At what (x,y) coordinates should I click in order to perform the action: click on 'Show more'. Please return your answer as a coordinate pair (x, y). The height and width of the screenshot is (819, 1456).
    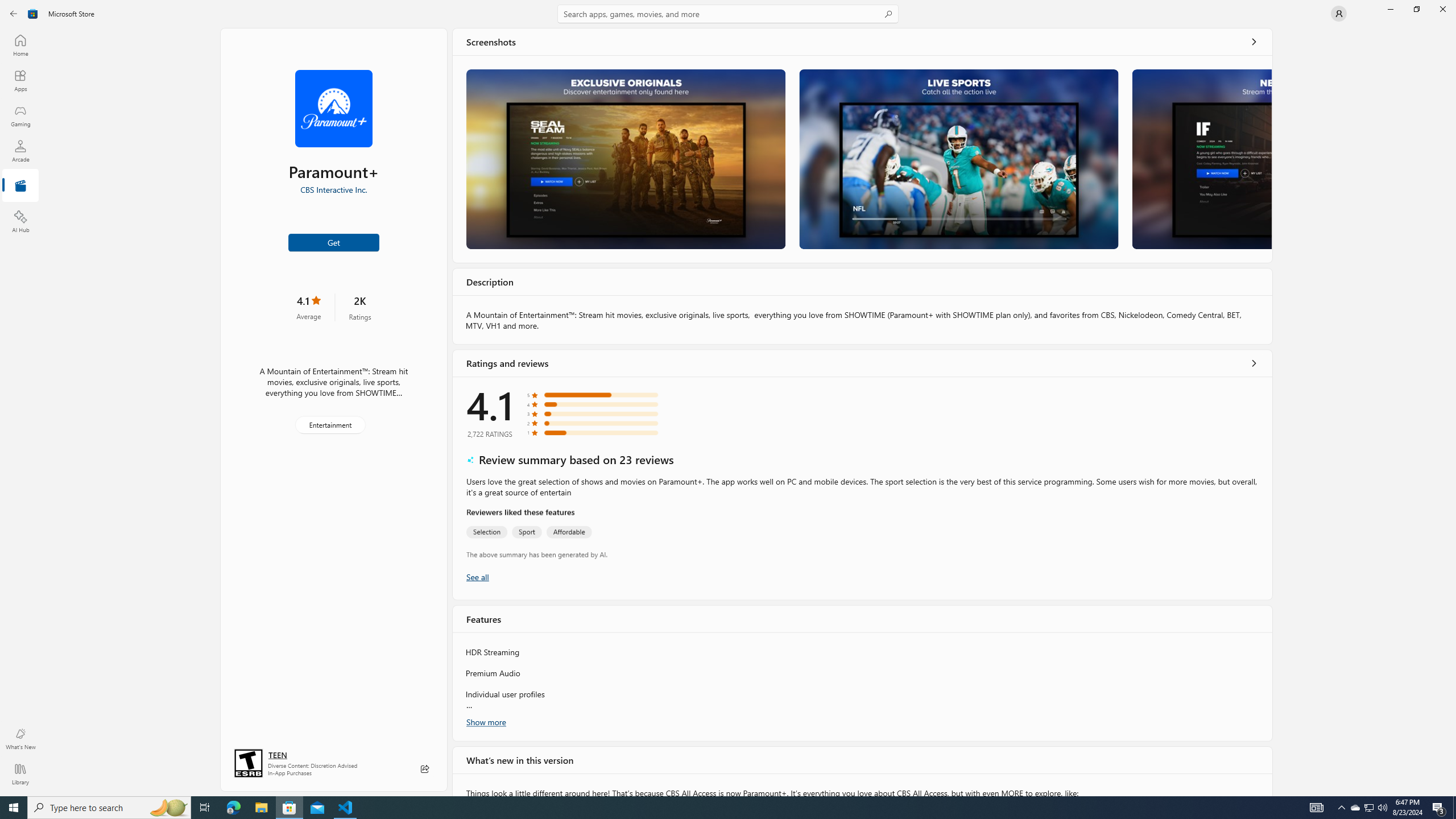
    Looking at the image, I should click on (485, 721).